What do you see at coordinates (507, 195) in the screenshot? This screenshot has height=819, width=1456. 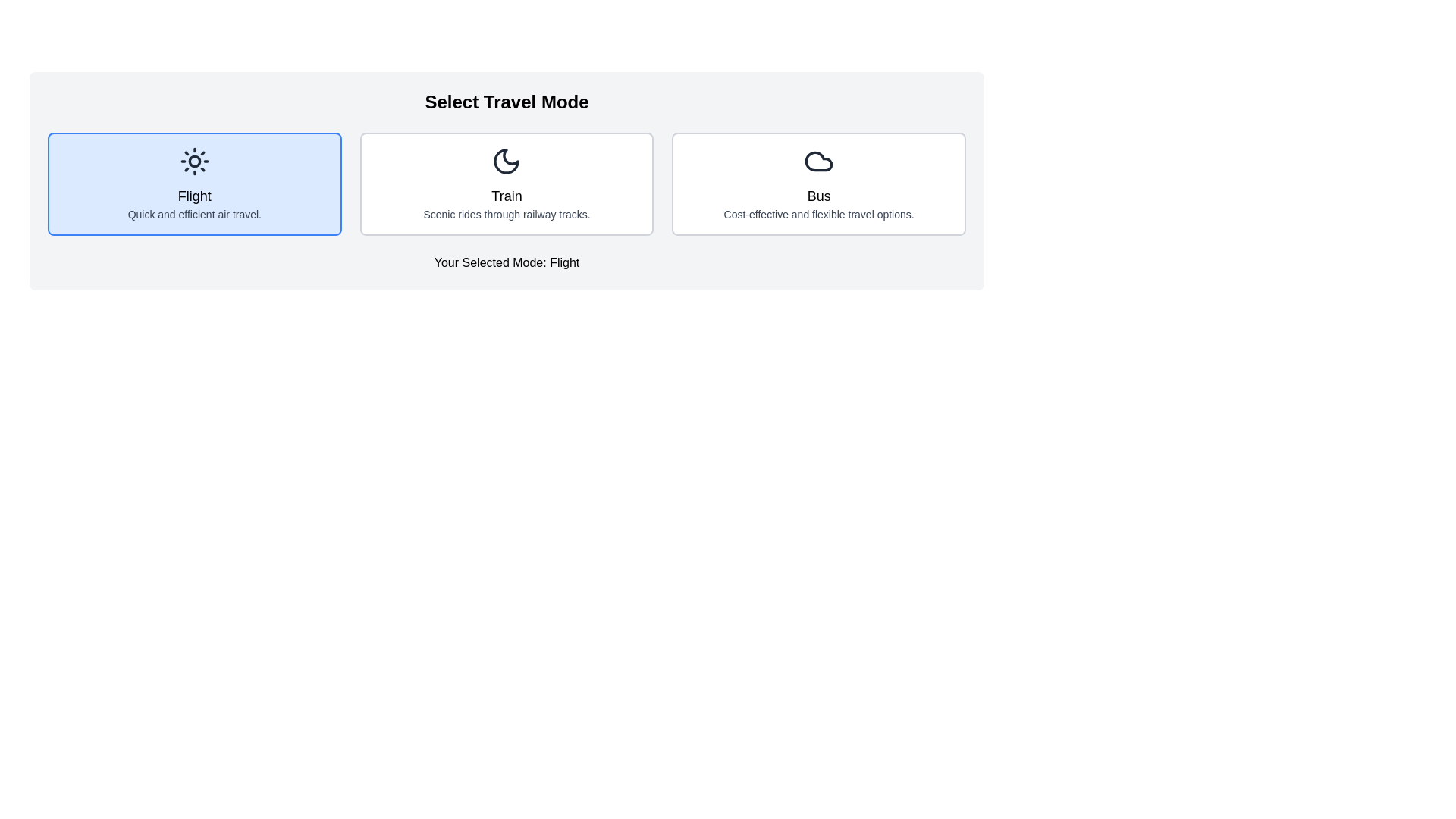 I see `the 'Train' text label which identifies the choice of travel modes, positioned below a crescent moon icon and above the subtitle 'Scenic rides through railway tracks'` at bounding box center [507, 195].